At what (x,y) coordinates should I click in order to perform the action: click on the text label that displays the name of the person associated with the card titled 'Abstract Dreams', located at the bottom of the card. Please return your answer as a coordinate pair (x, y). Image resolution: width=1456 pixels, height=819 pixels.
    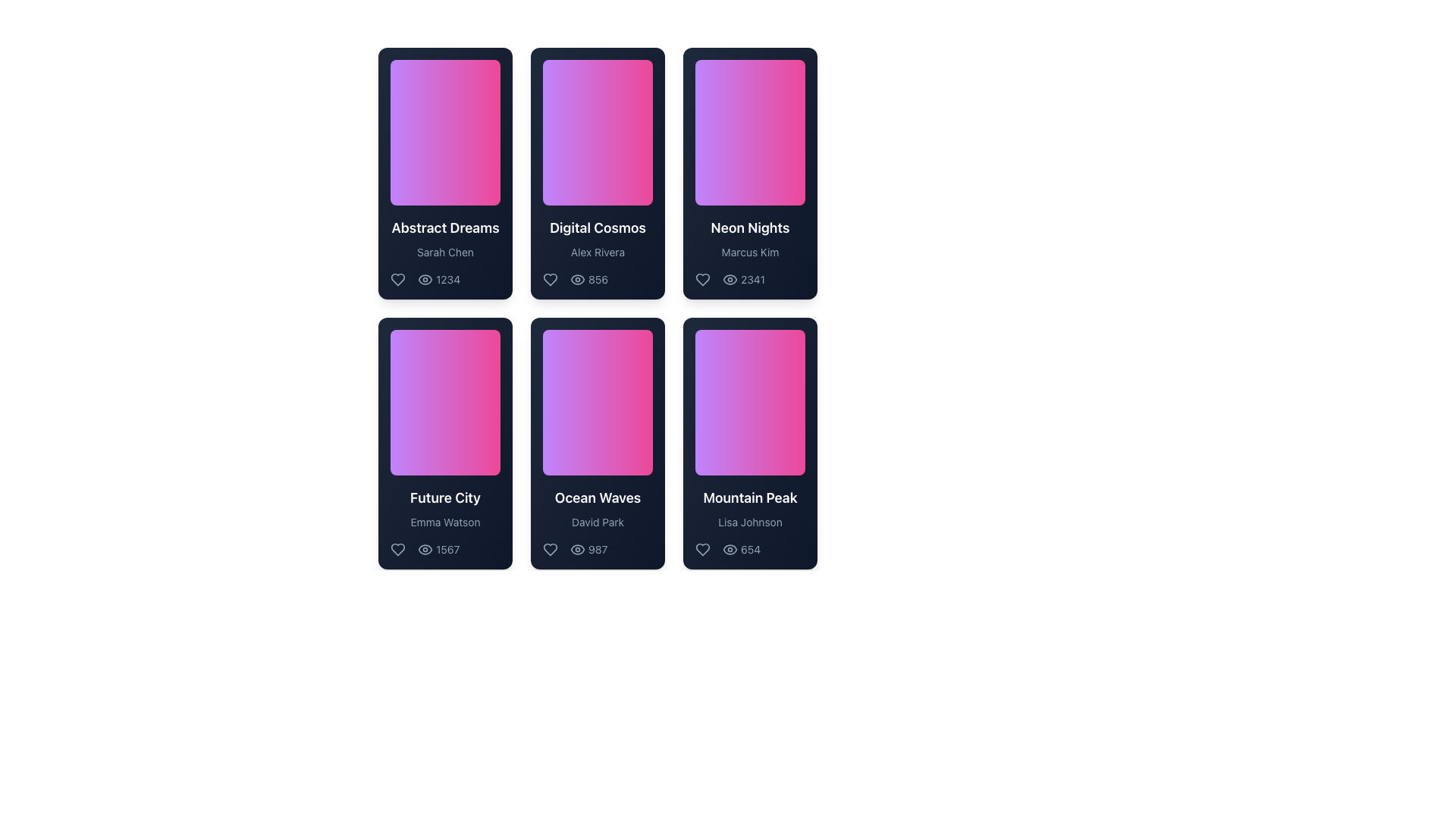
    Looking at the image, I should click on (444, 251).